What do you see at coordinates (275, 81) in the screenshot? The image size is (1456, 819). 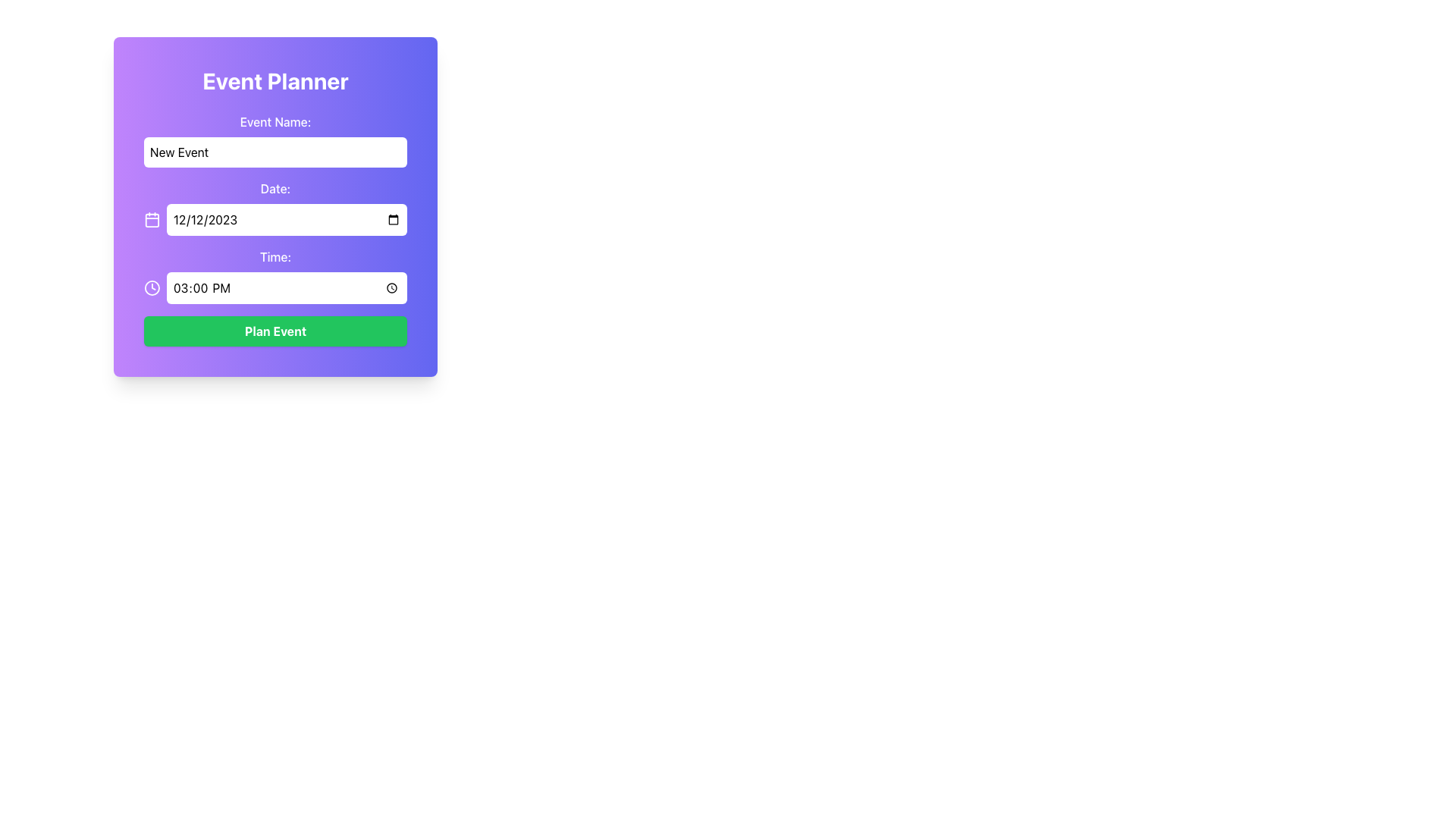 I see `prominent text header 'Event Planner' which is styled as a bold heading at the top center of the form card` at bounding box center [275, 81].